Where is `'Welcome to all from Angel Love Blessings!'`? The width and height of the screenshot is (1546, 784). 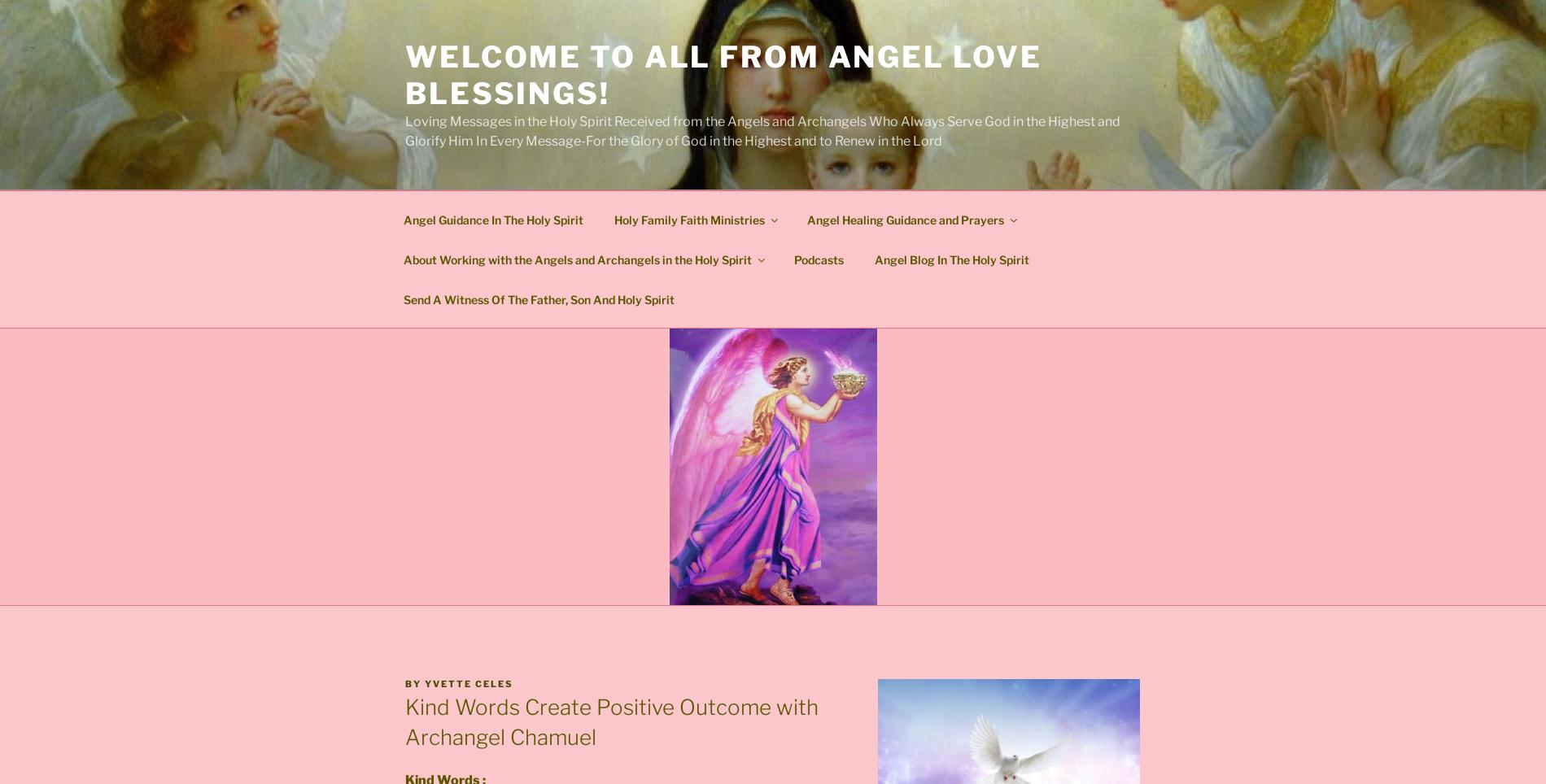
'Welcome to all from Angel Love Blessings!' is located at coordinates (723, 74).